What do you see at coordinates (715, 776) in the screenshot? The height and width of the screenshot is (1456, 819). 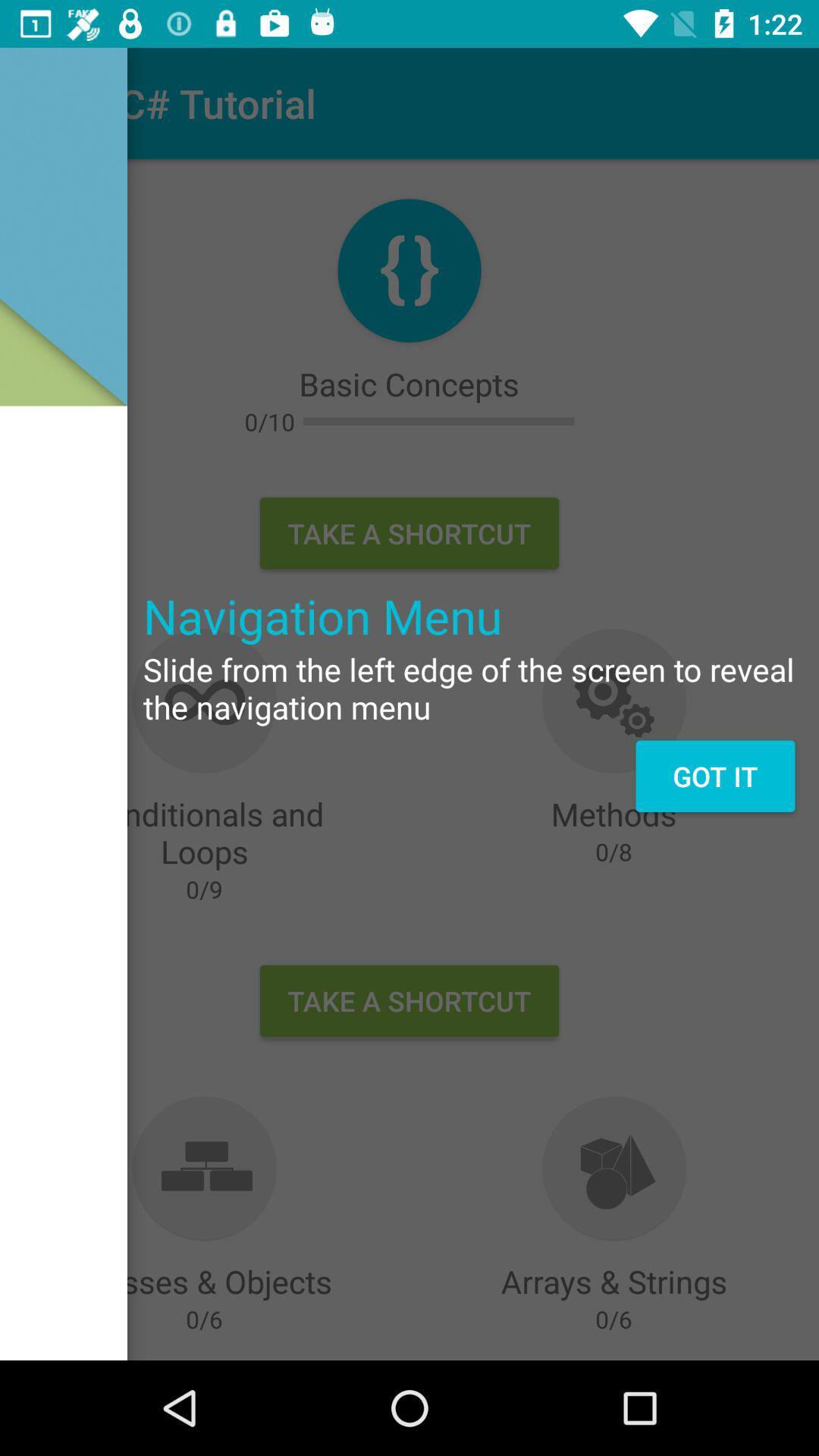 I see `item below slide from the` at bounding box center [715, 776].